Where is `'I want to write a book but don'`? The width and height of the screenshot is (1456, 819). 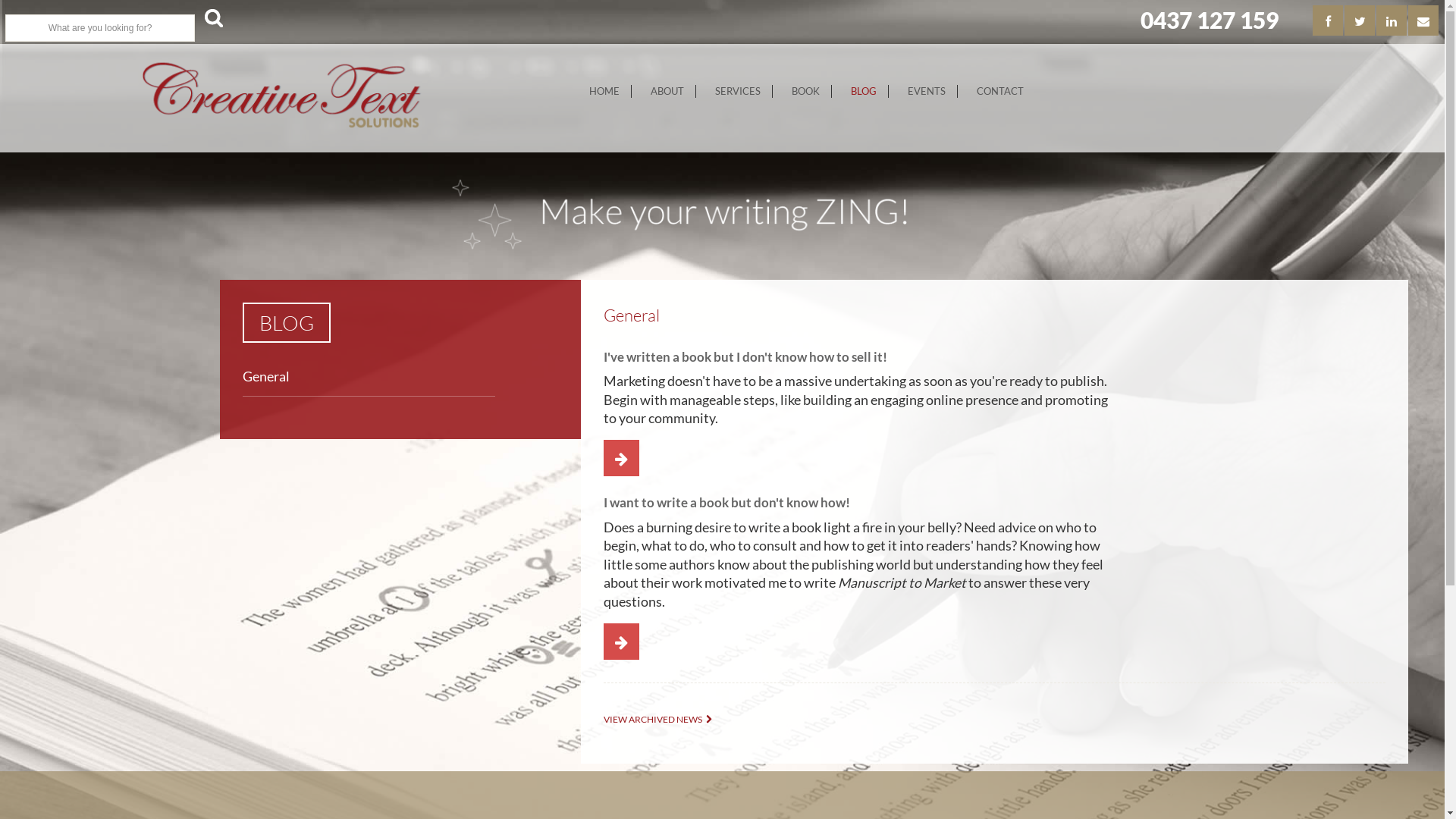
'I want to write a book but don' is located at coordinates (615, 642).